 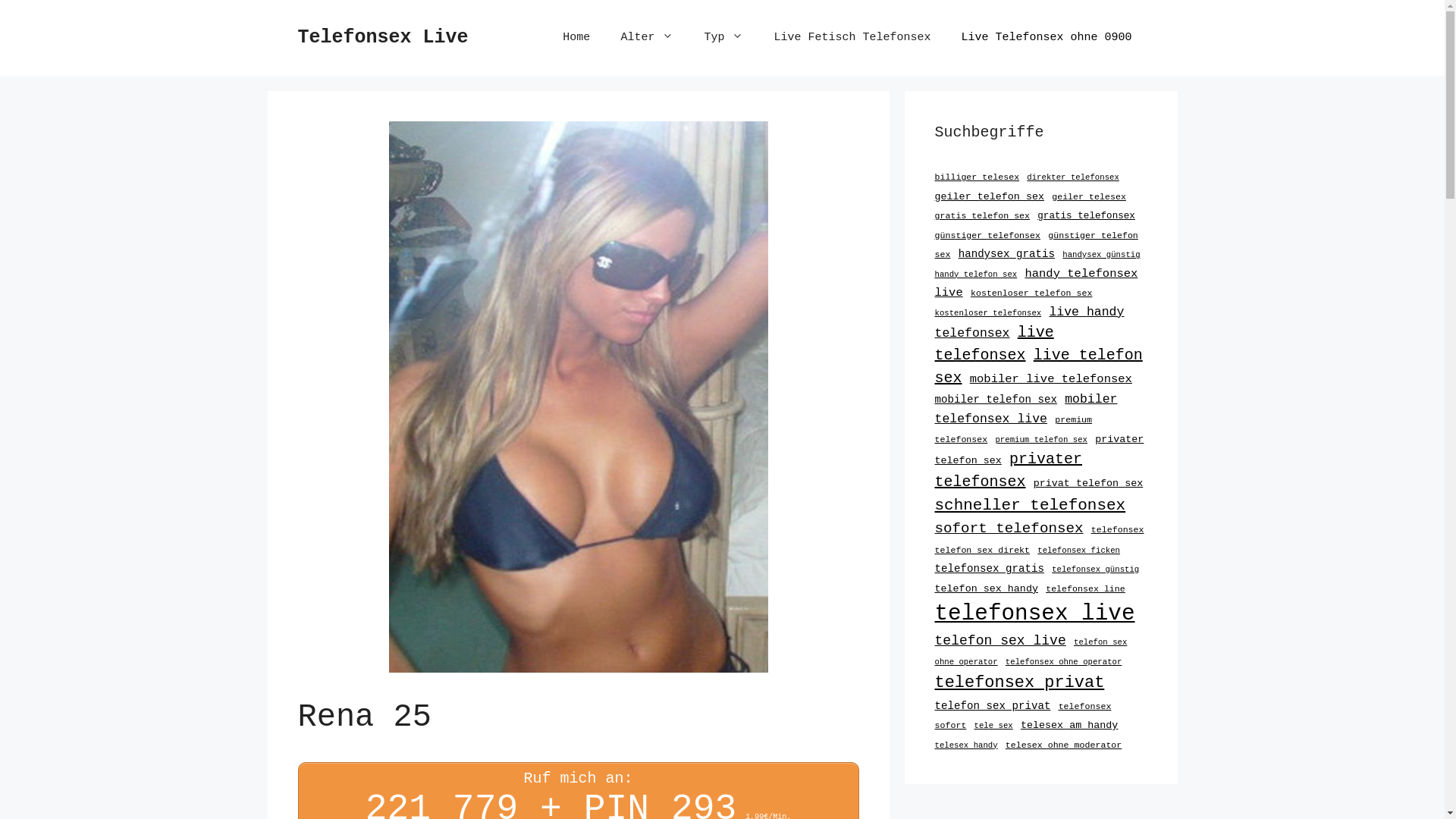 What do you see at coordinates (1008, 469) in the screenshot?
I see `'privater telefonsex'` at bounding box center [1008, 469].